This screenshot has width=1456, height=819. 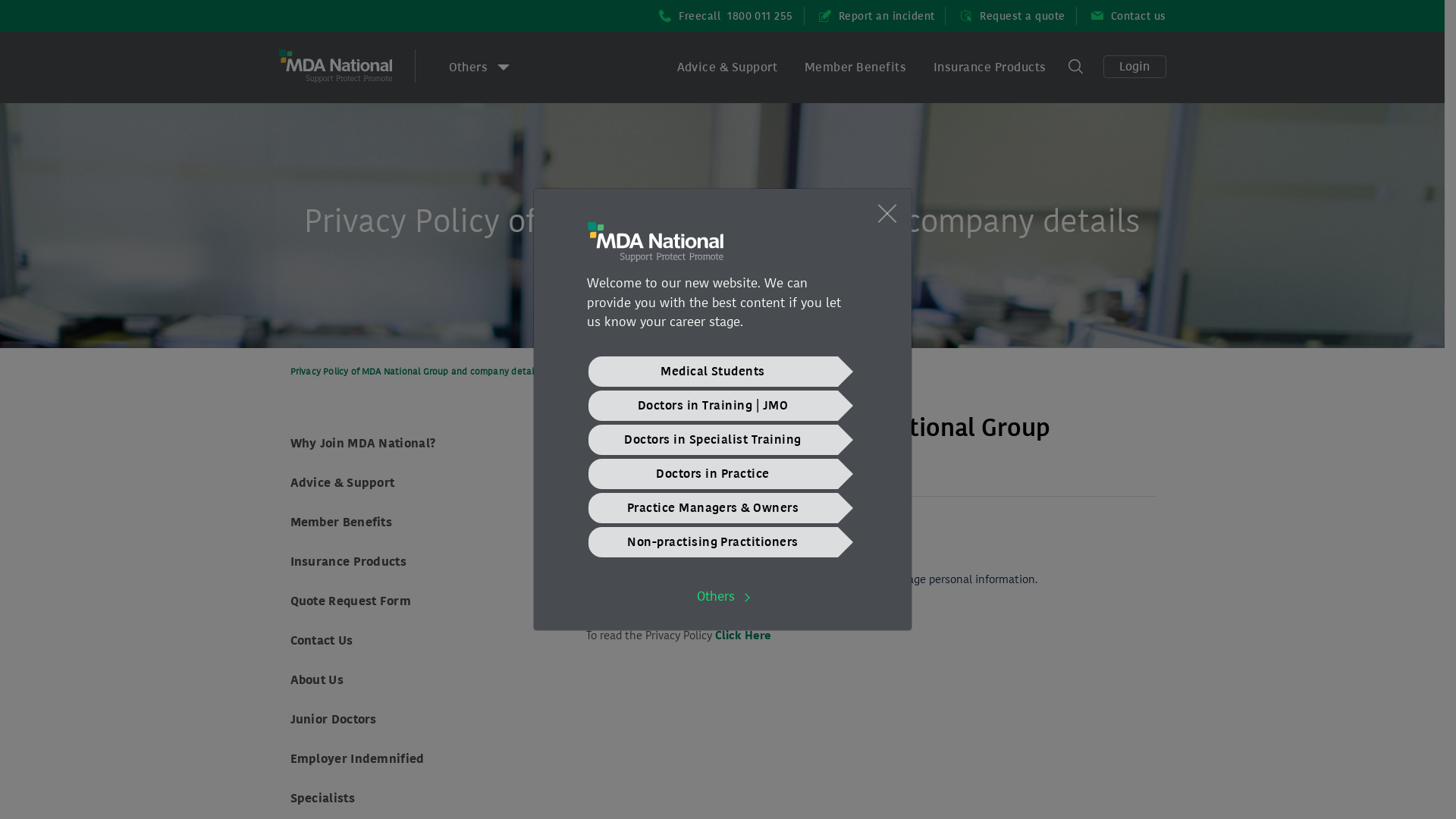 What do you see at coordinates (712, 439) in the screenshot?
I see `'Doctors in Specialist Training'` at bounding box center [712, 439].